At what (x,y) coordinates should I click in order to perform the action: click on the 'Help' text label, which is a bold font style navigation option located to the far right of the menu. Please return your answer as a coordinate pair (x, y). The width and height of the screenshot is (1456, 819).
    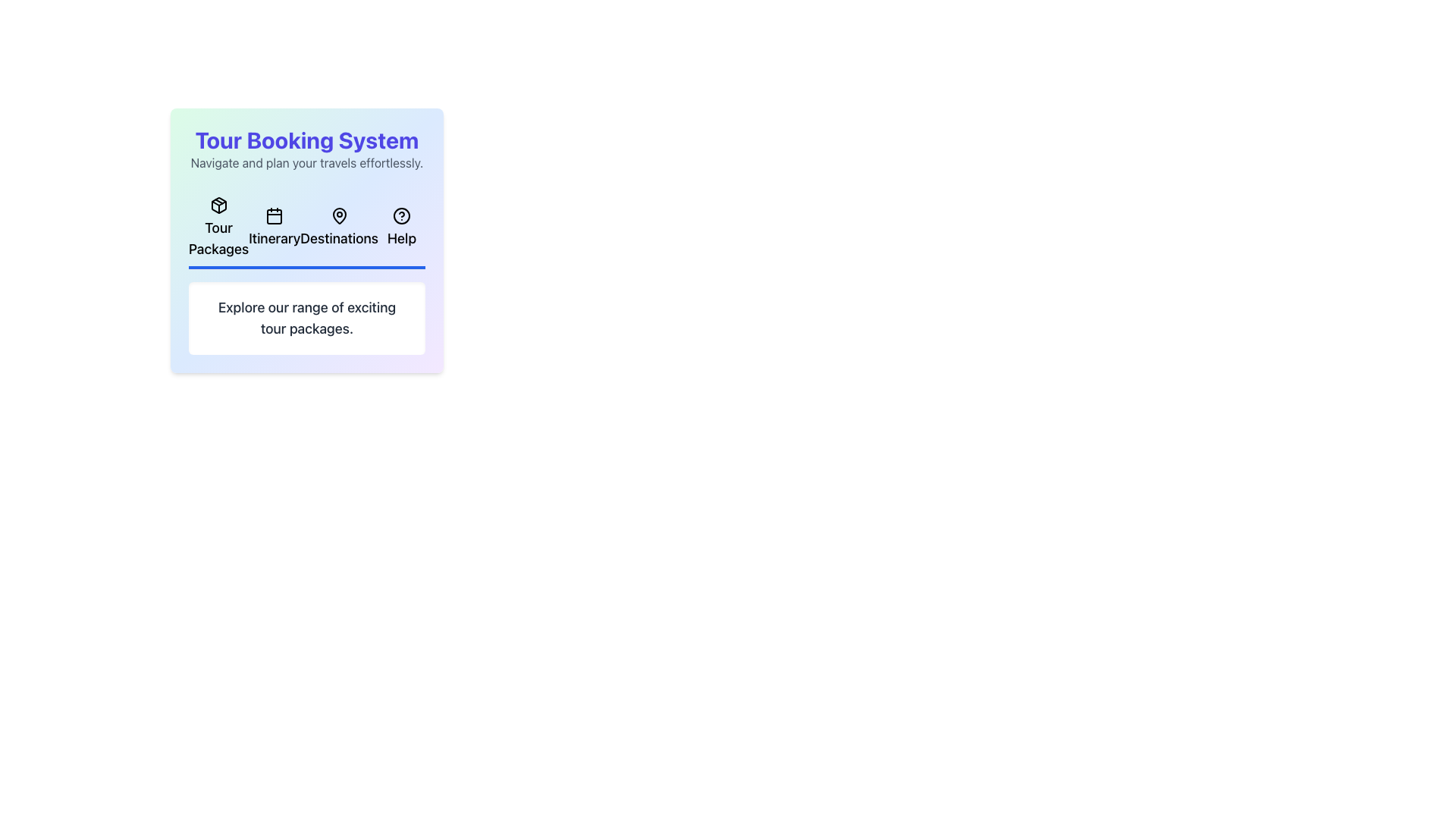
    Looking at the image, I should click on (401, 237).